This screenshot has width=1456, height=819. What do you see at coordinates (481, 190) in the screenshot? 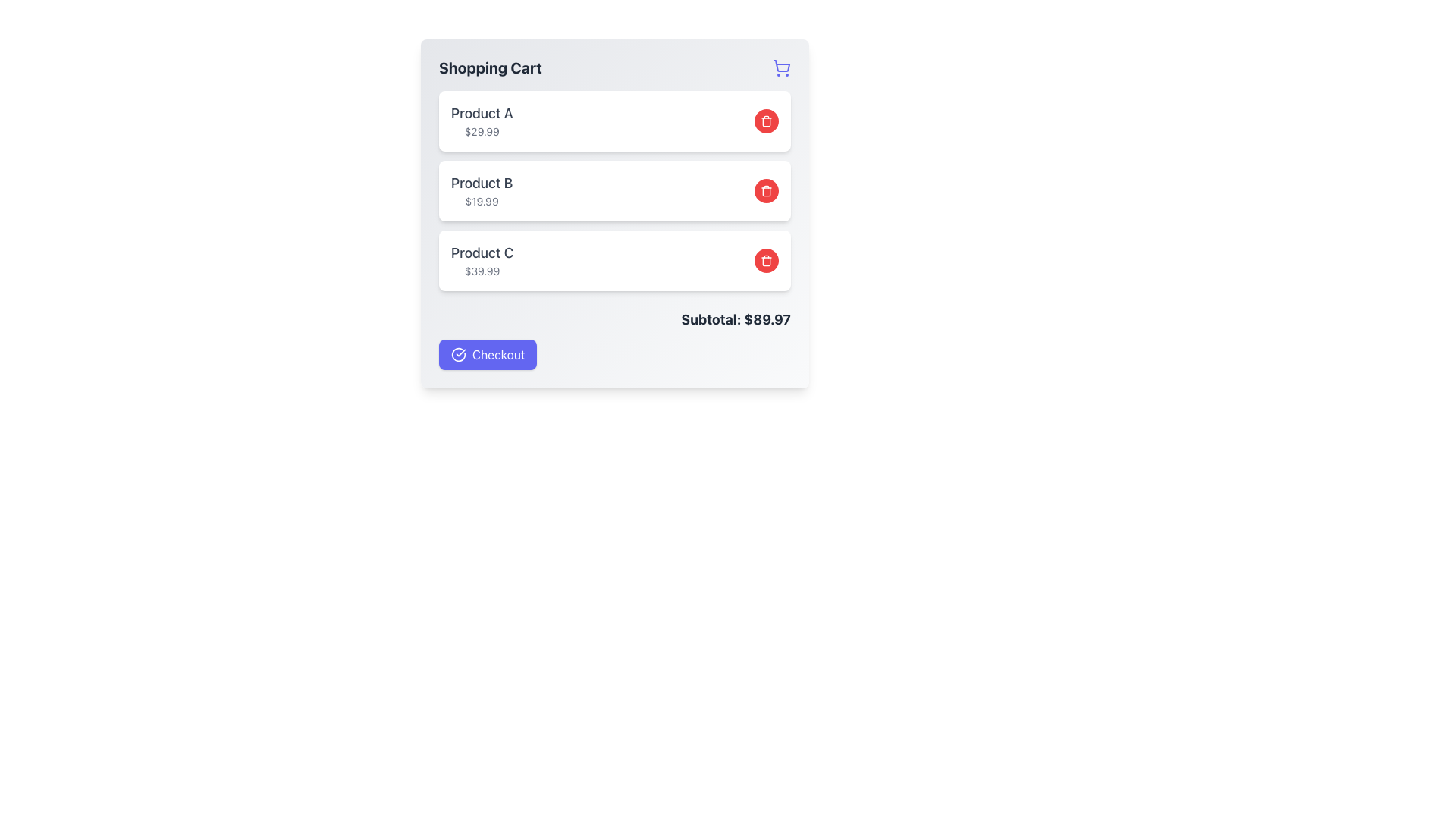
I see `displayed text 'Product B' and its price '$19.99' from the second item in the shopping cart interface, which is styled with a clean sans-serif font and appears within a white card` at bounding box center [481, 190].